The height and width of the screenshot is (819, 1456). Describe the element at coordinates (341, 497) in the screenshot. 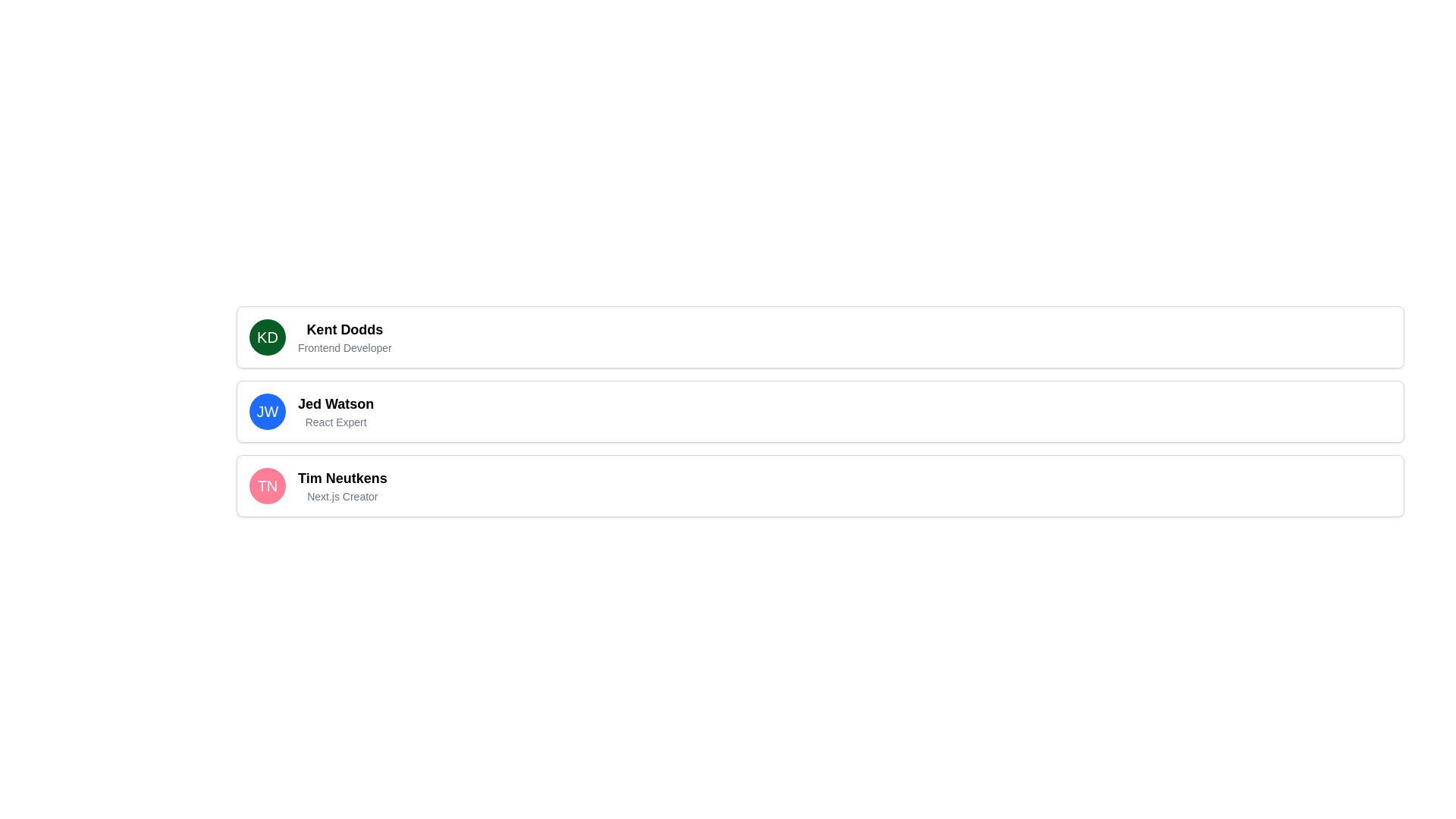

I see `the text label providing a descriptor for 'Tim Neutkens', located directly below the main title of the same name` at that location.